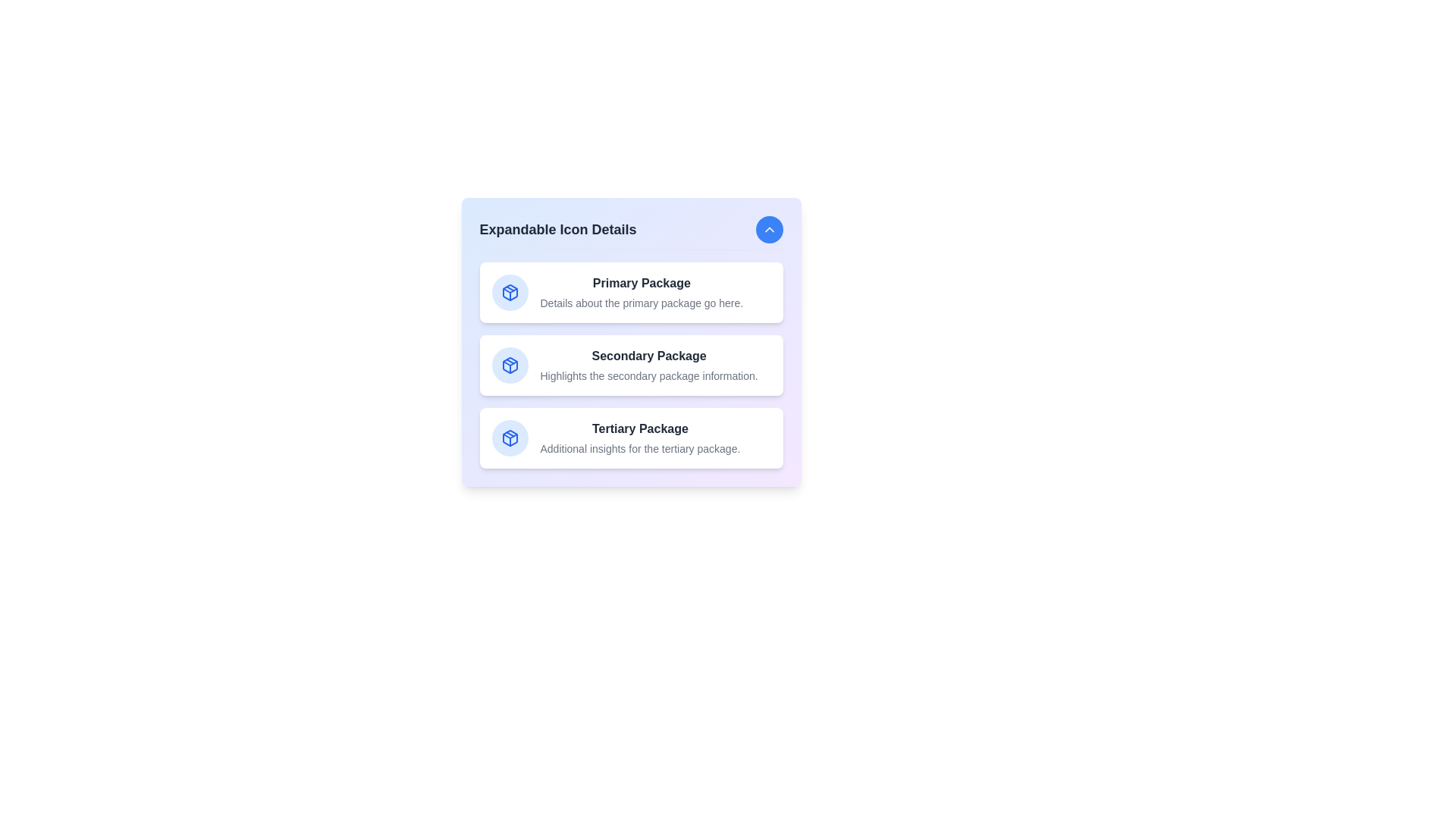 The image size is (1456, 819). What do you see at coordinates (510, 292) in the screenshot?
I see `the blue package icon located in the 'Primary Package' section of the 'Expandable Icon Details' panel` at bounding box center [510, 292].